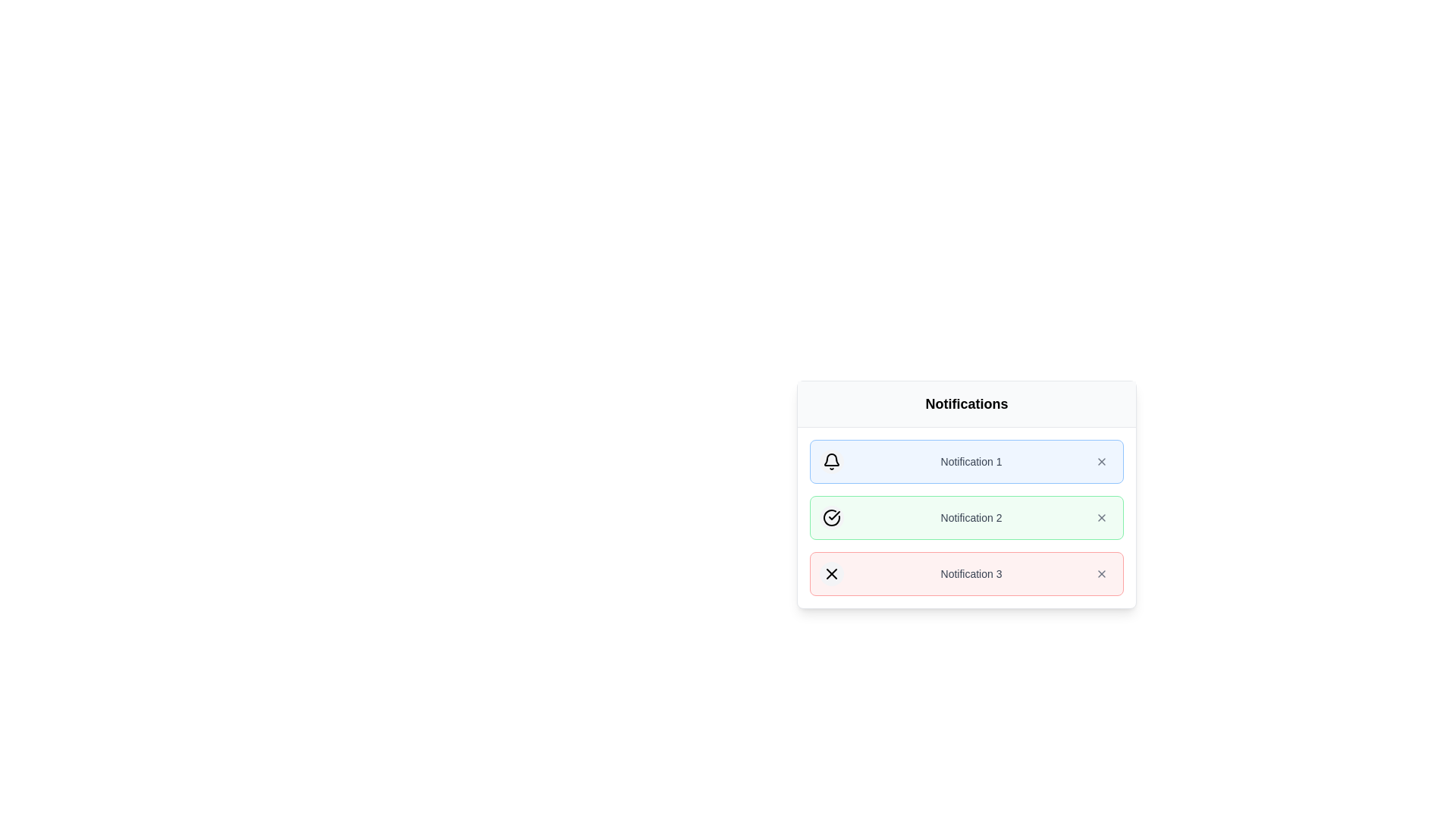  I want to click on the notification icon located at the far-left side of the row labeled 'Notification 1', which is the first row in the notifications card, so click(831, 461).